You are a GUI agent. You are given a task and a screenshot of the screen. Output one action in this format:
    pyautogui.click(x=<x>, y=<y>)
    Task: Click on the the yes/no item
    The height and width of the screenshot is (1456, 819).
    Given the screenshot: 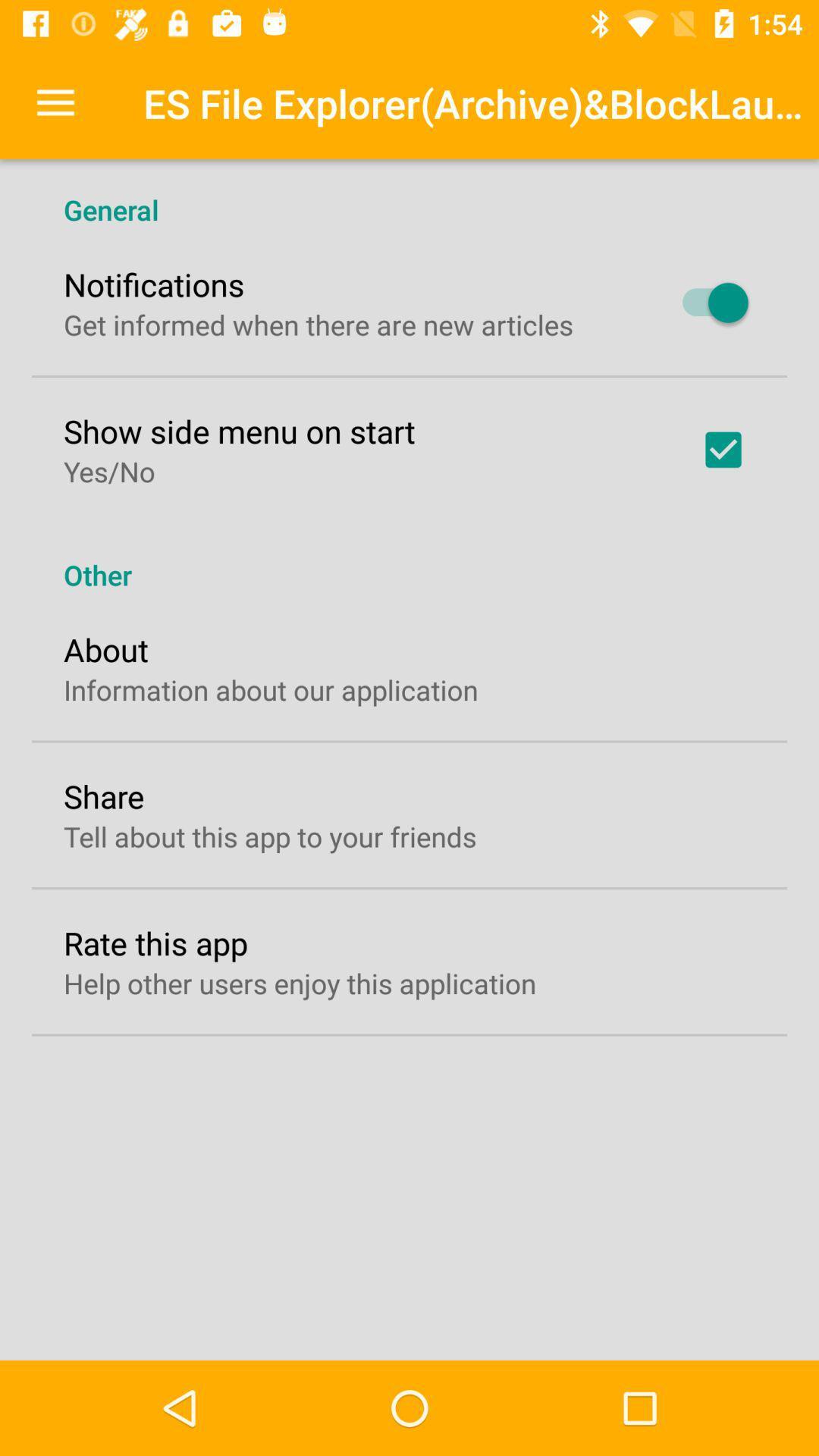 What is the action you would take?
    pyautogui.click(x=108, y=470)
    